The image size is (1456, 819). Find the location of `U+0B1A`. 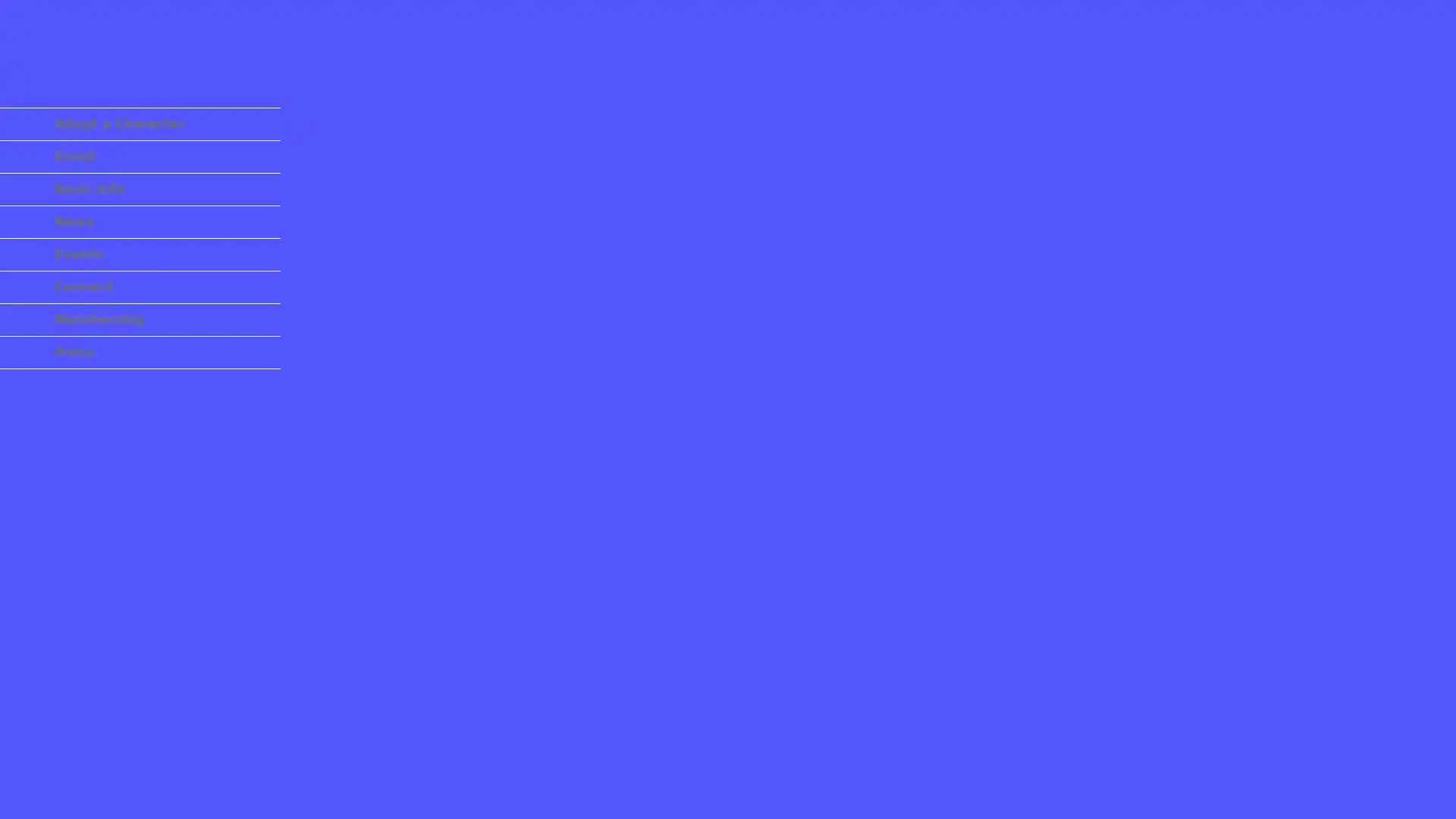

U+0B1A is located at coordinates (689, 531).